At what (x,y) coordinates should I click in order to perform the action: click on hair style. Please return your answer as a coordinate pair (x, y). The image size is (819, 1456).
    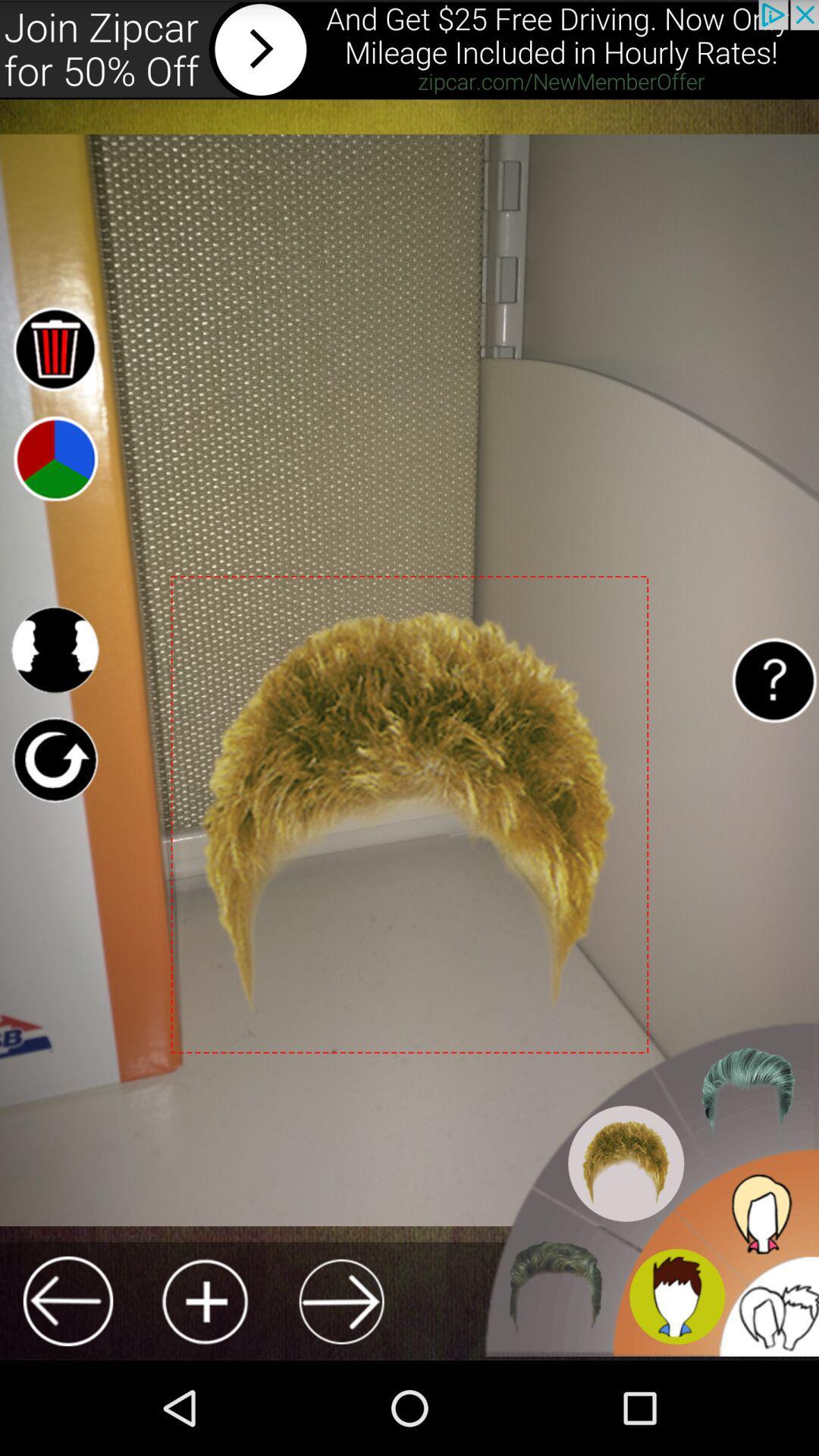
    Looking at the image, I should click on (205, 1301).